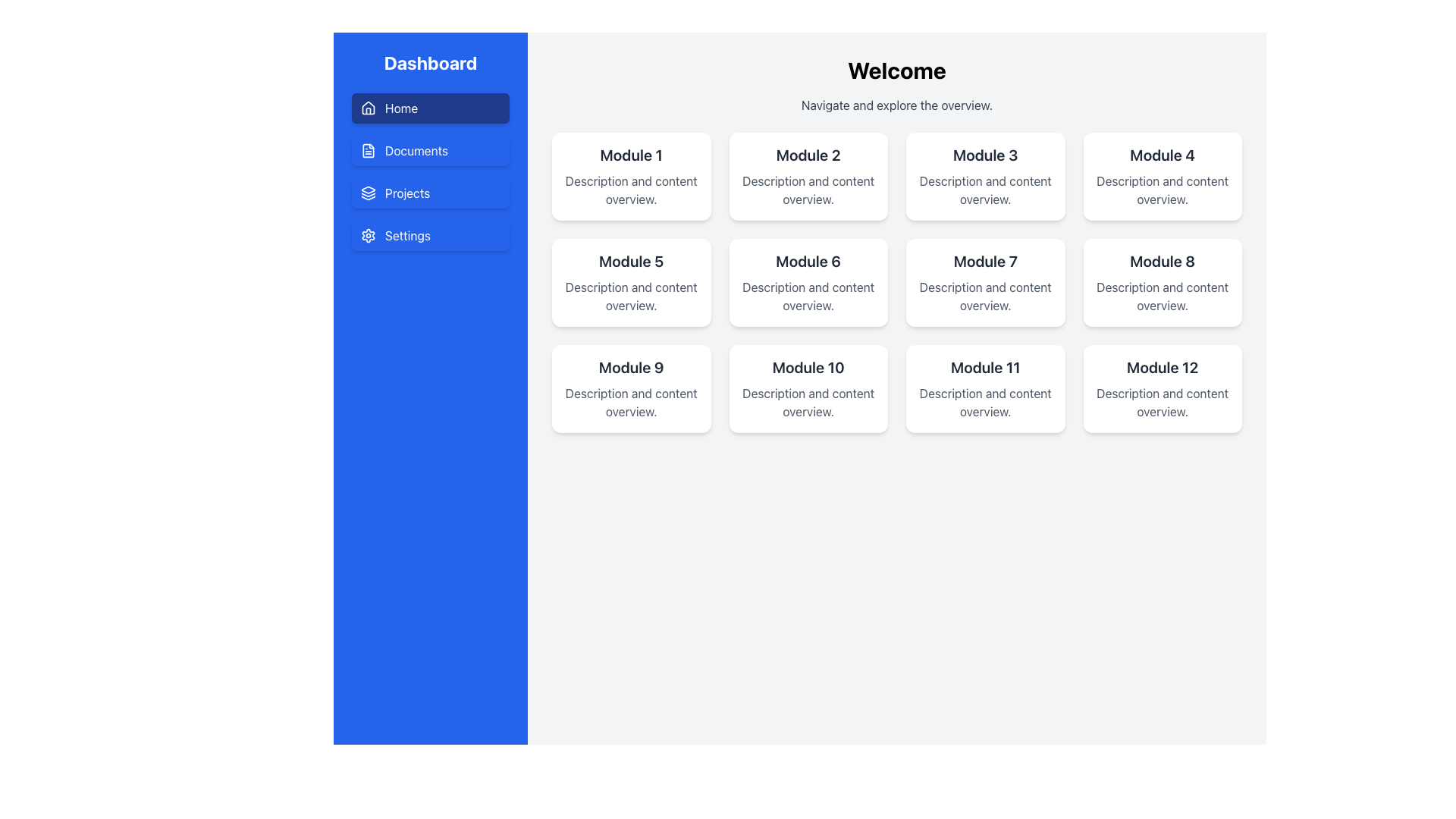 The image size is (1456, 819). I want to click on the Text label that serves as the title for the module card located in the second row and third column of the grid, positioned above the subtitle 'Description and content overview.', so click(808, 368).